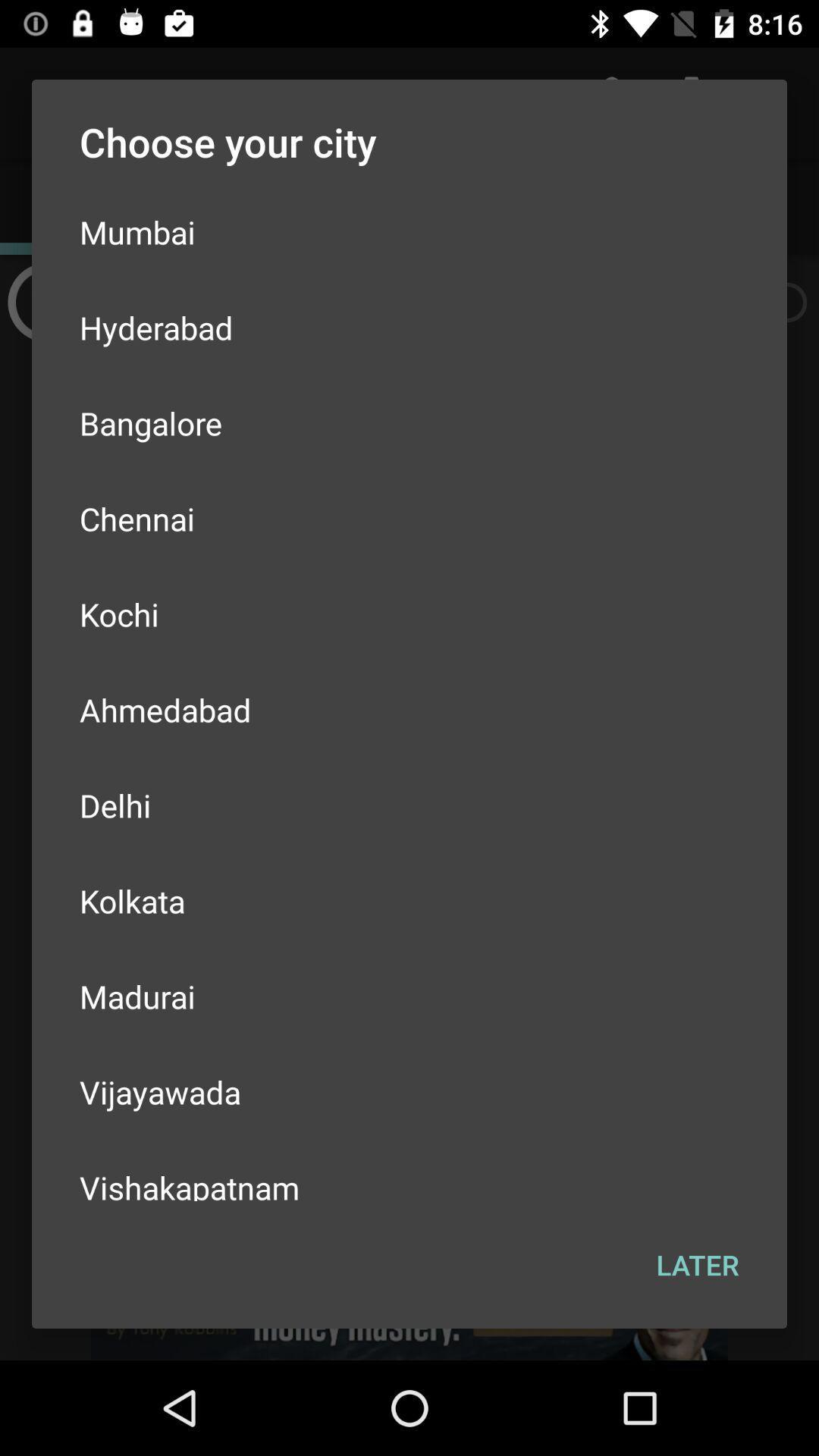 The image size is (819, 1456). I want to click on item above the chennai, so click(409, 422).